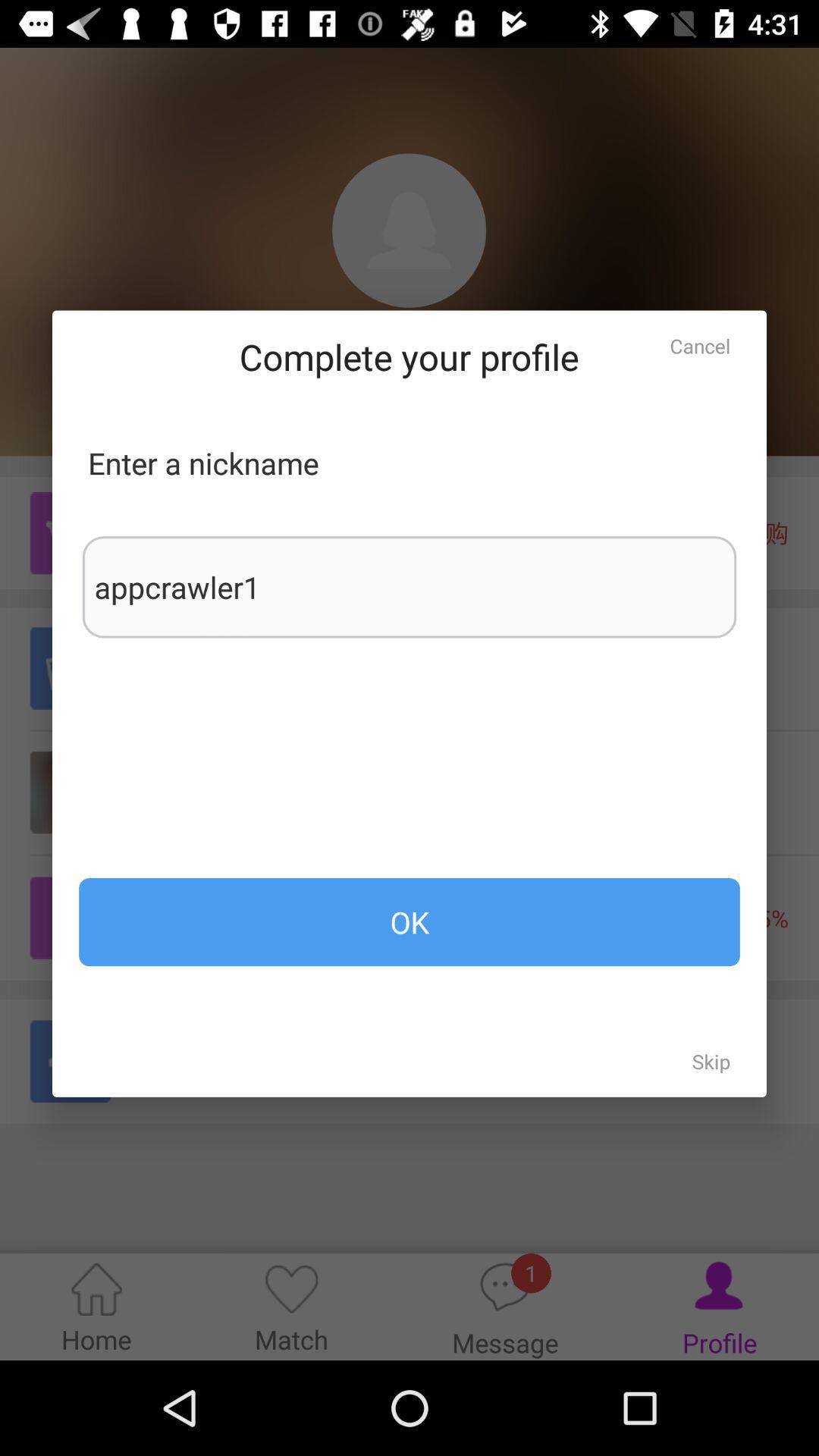 The width and height of the screenshot is (819, 1456). Describe the element at coordinates (409, 586) in the screenshot. I see `the appcrawler1 icon` at that location.